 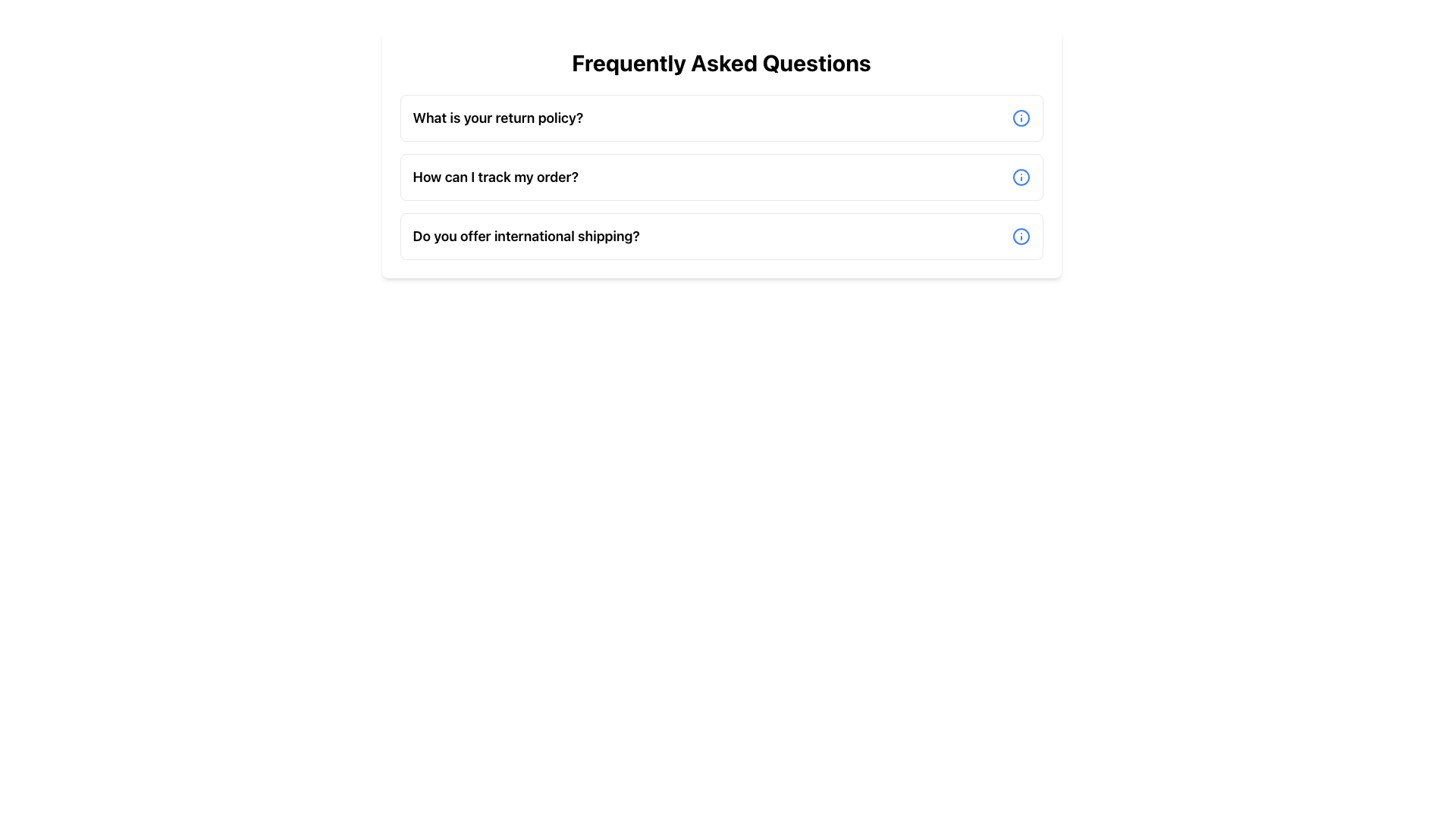 What do you see at coordinates (1021, 237) in the screenshot?
I see `blue outlined SVG circle graphic that represents the outer rim of the circular part of the icon, positioned at the right end of the 'Do you offer international shipping?' field` at bounding box center [1021, 237].